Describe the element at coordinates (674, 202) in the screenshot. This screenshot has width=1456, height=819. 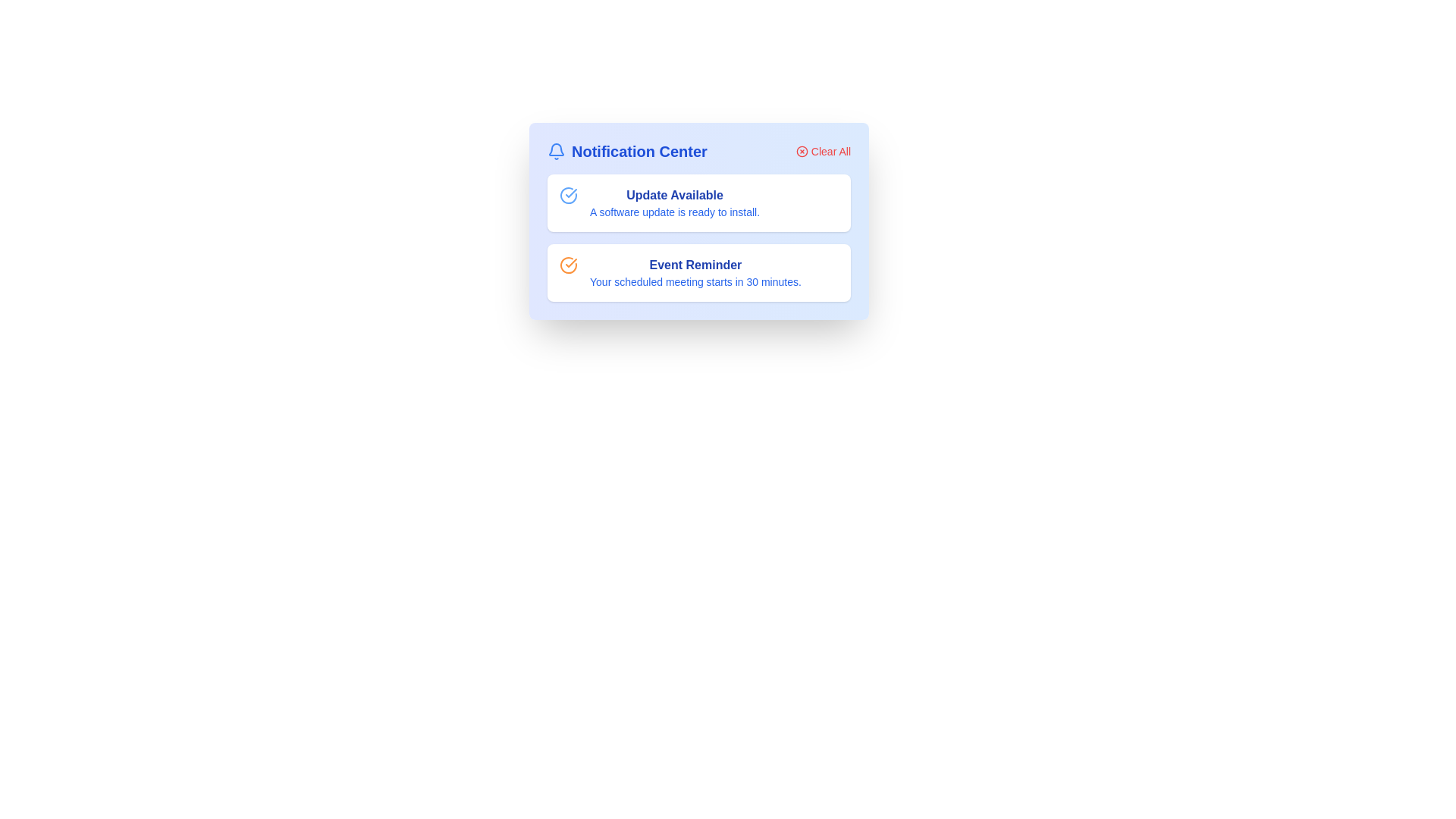
I see `notification text displayed in the Informational Text Block located in the Notification Center, which provides information about an available software update` at that location.